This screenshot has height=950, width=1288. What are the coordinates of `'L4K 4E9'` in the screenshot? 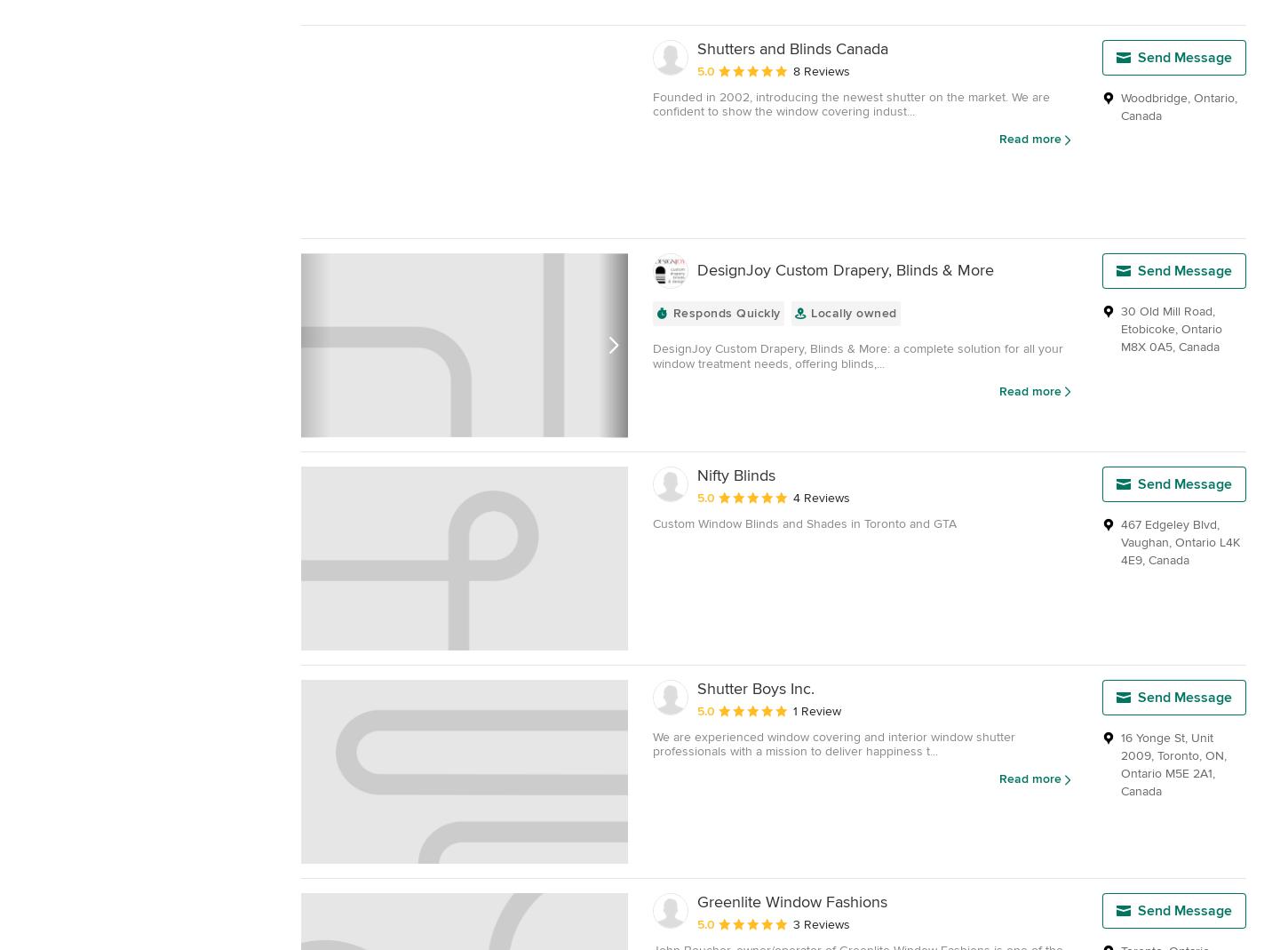 It's located at (1181, 551).